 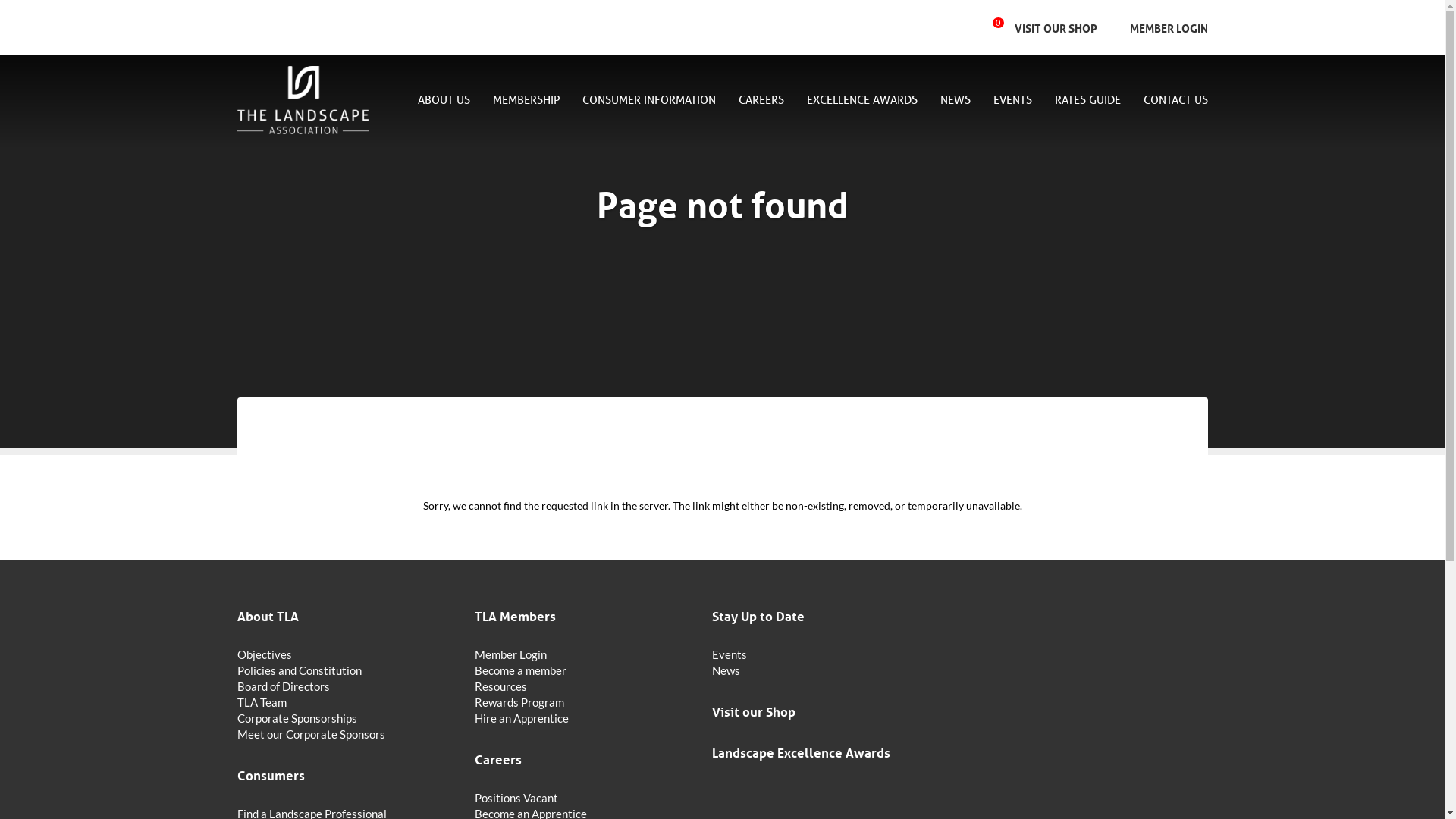 I want to click on 'Events', so click(x=821, y=654).